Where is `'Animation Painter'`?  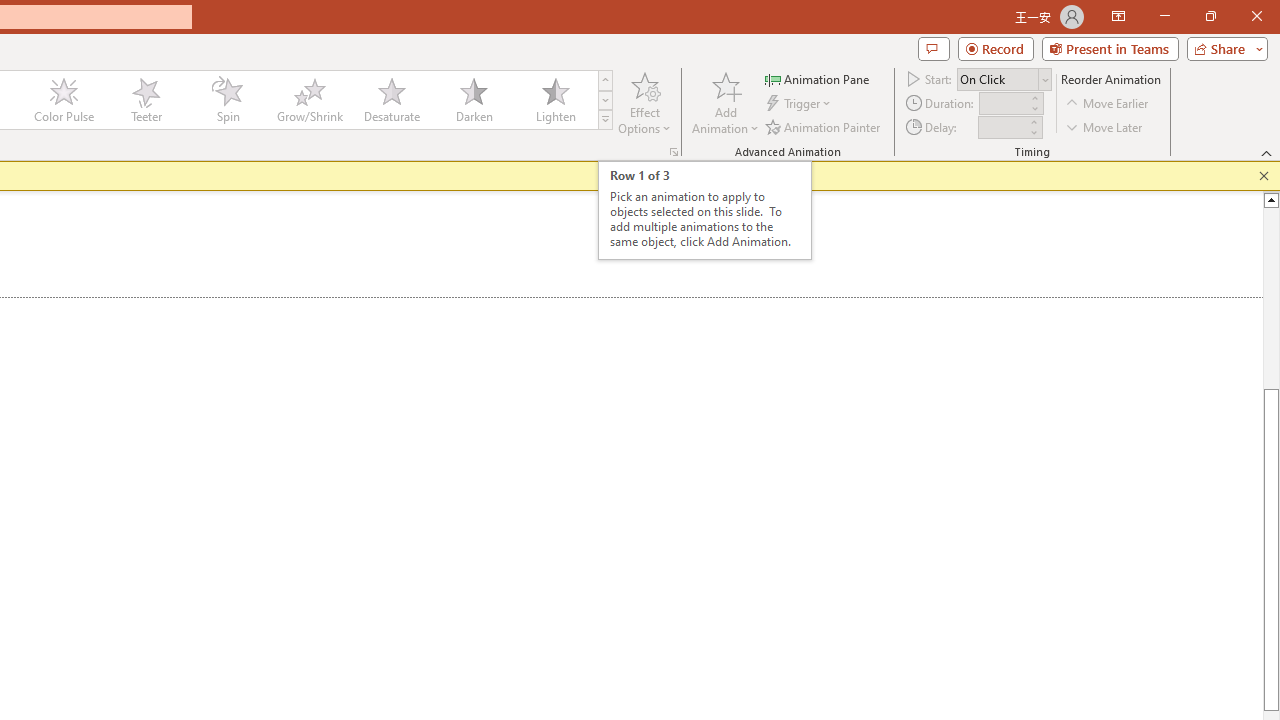
'Animation Painter' is located at coordinates (824, 127).